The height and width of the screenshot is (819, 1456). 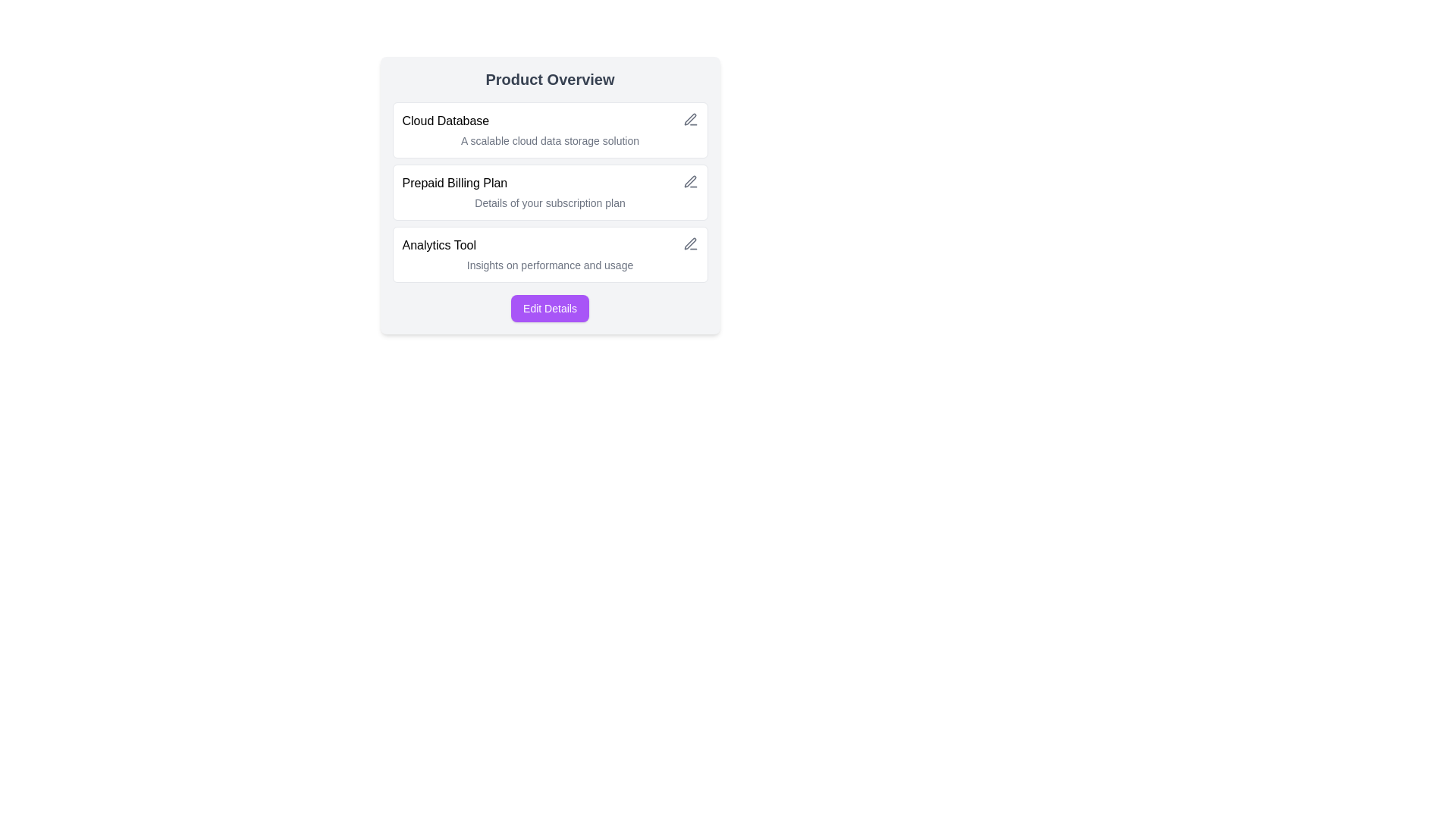 What do you see at coordinates (549, 308) in the screenshot?
I see `the 'Edit Details' button, which is a prominent purple rectangular button with rounded corners located under the 'Product Overview' section` at bounding box center [549, 308].